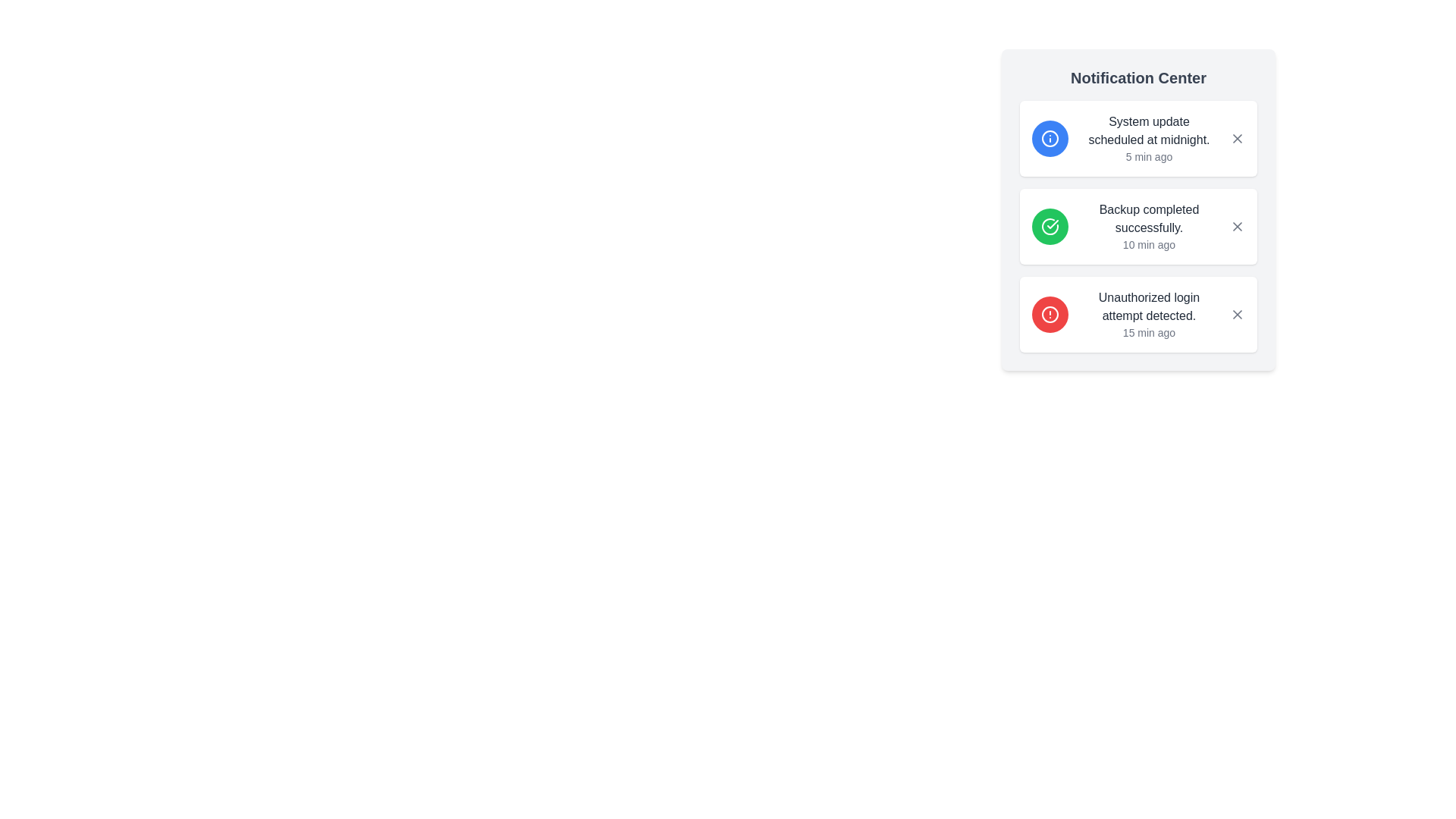 This screenshot has height=819, width=1456. What do you see at coordinates (1138, 78) in the screenshot?
I see `static text heading 'Notification Center', which is bold, extra-large, and dark gray, located at the top of the notification panel` at bounding box center [1138, 78].